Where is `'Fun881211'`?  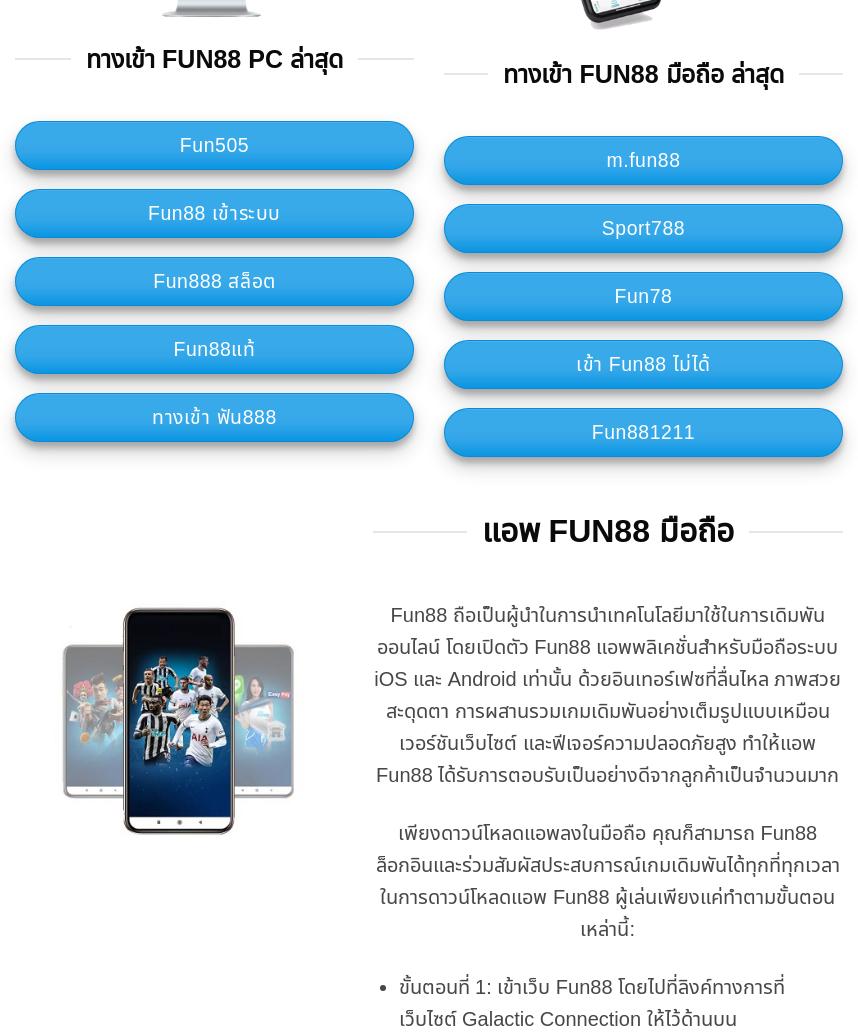
'Fun881211' is located at coordinates (642, 432).